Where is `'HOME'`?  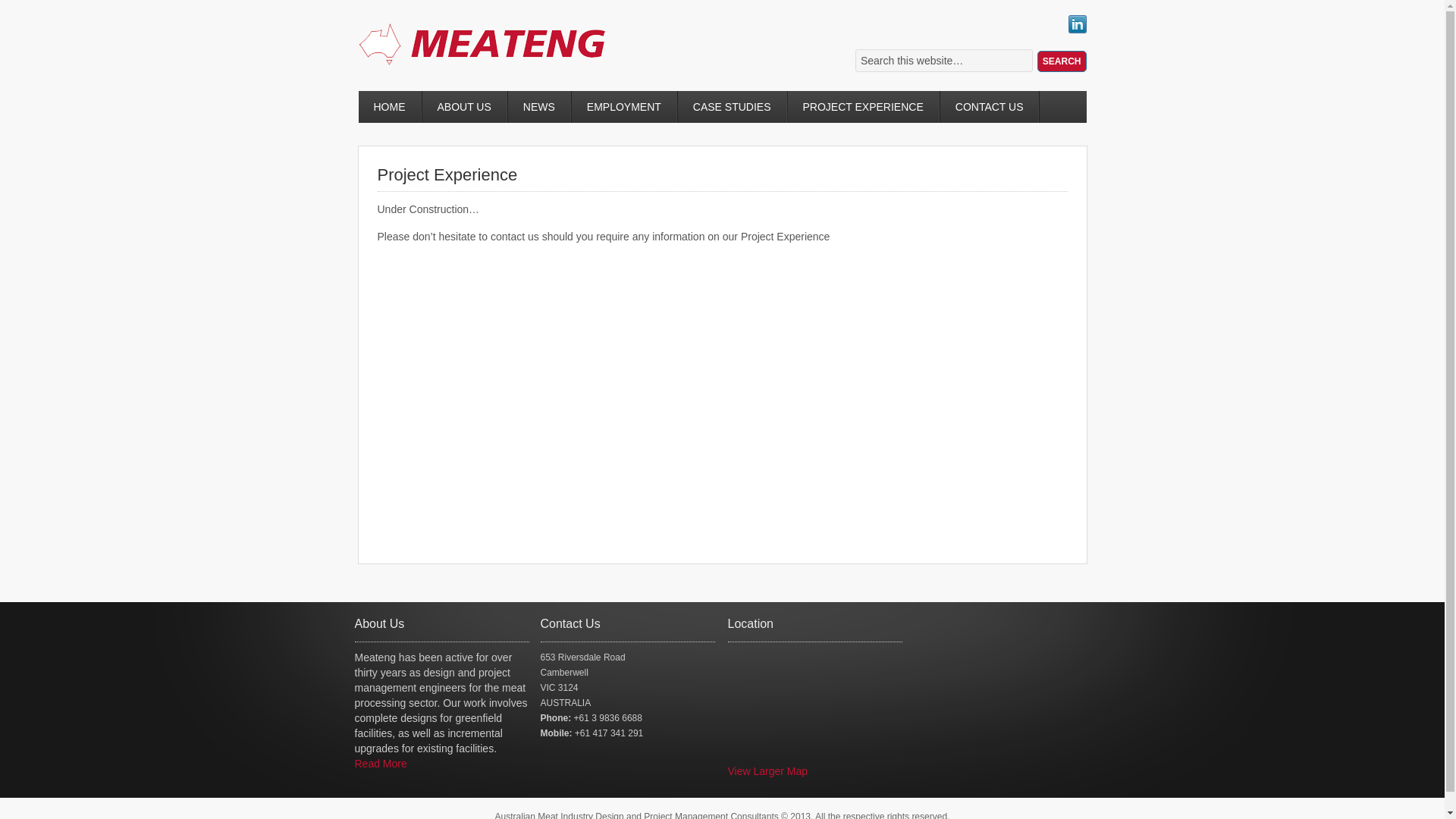
'HOME' is located at coordinates (389, 106).